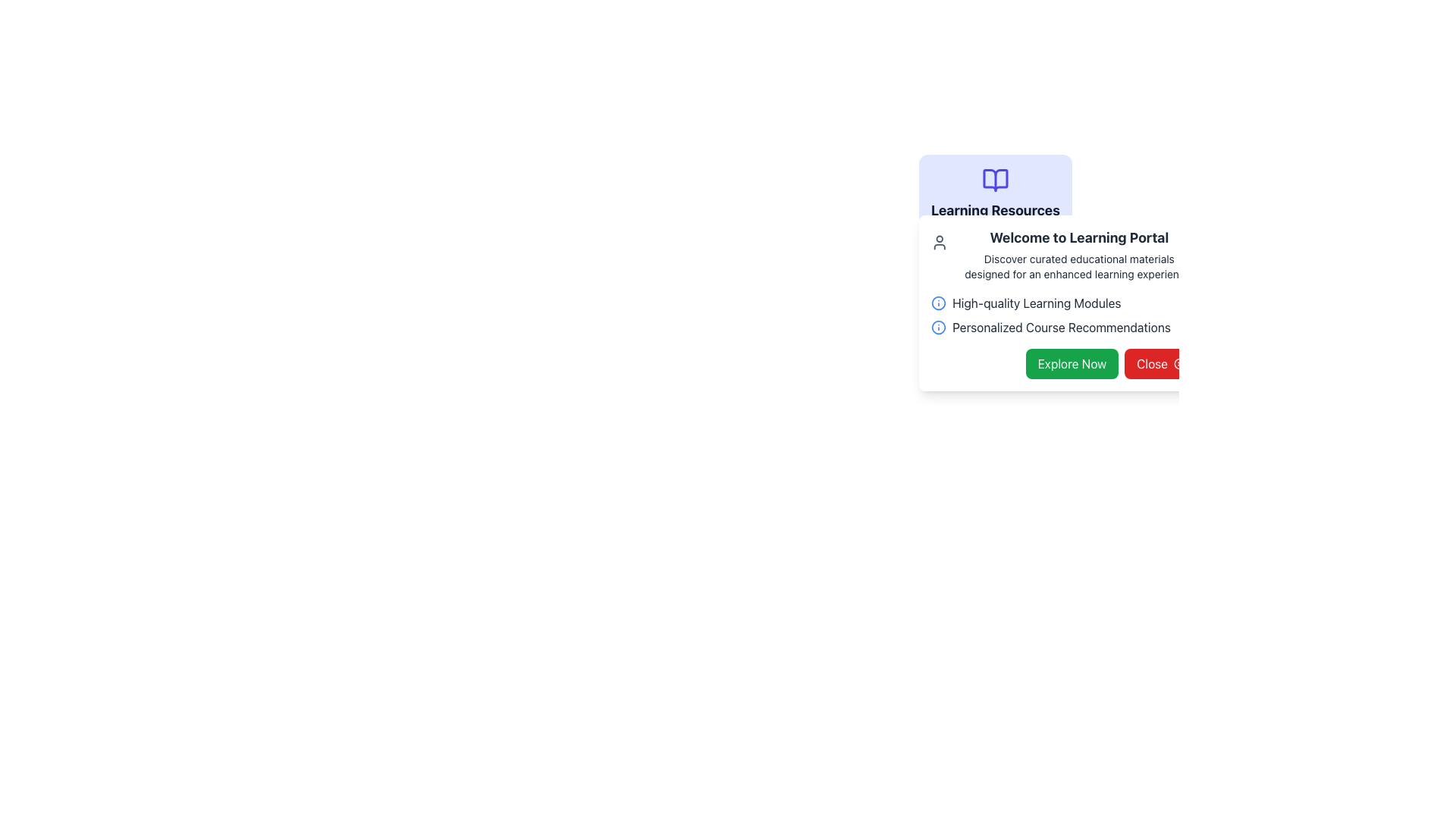 Image resolution: width=1456 pixels, height=819 pixels. I want to click on the 'Explore Now' and 'Close' buttons in the button pair grouping at the bottom of the modal to trigger their respective hover effects, so click(1064, 363).